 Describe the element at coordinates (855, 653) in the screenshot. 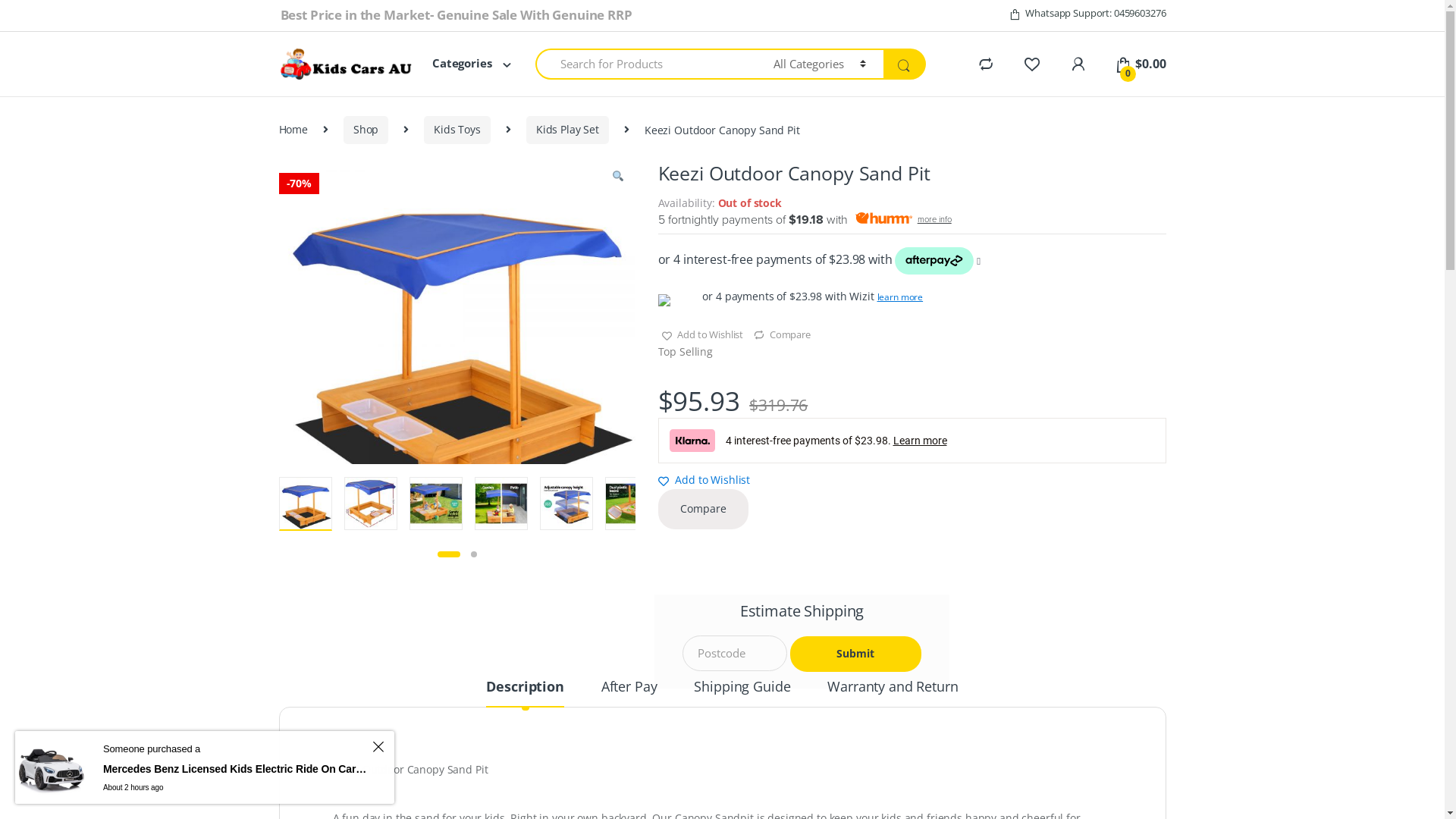

I see `'Submit'` at that location.